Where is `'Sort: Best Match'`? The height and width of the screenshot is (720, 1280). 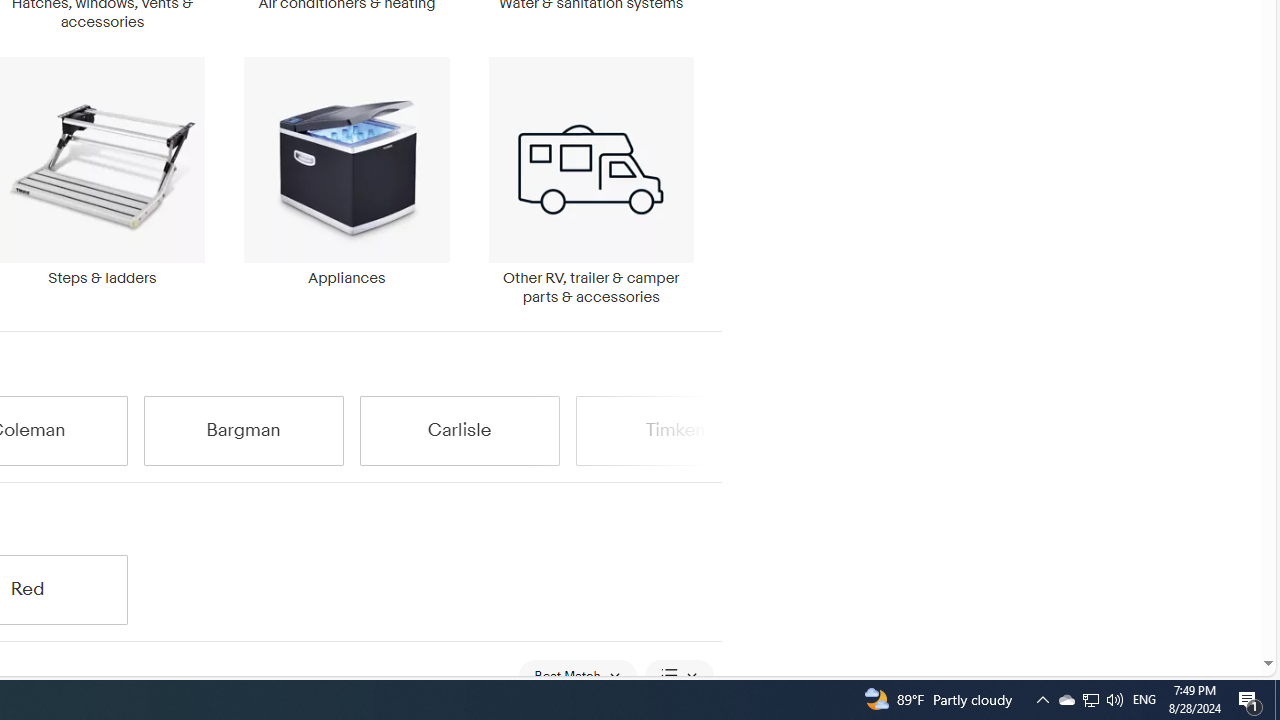
'Sort: Best Match' is located at coordinates (576, 675).